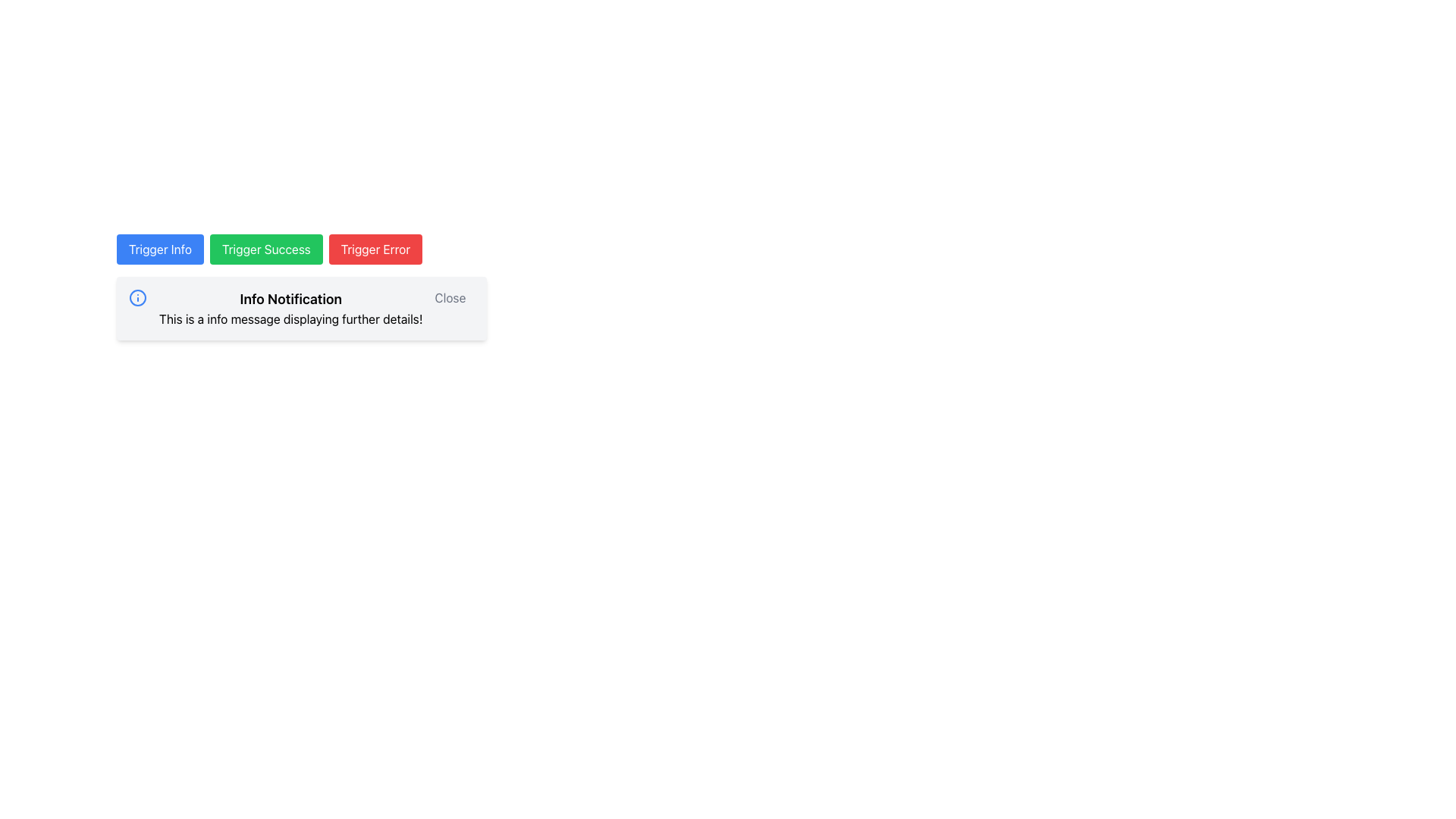 The height and width of the screenshot is (819, 1456). Describe the element at coordinates (449, 298) in the screenshot. I see `the 'Close' button in the top-right corner of the notification box to change its text color from gray to black` at that location.